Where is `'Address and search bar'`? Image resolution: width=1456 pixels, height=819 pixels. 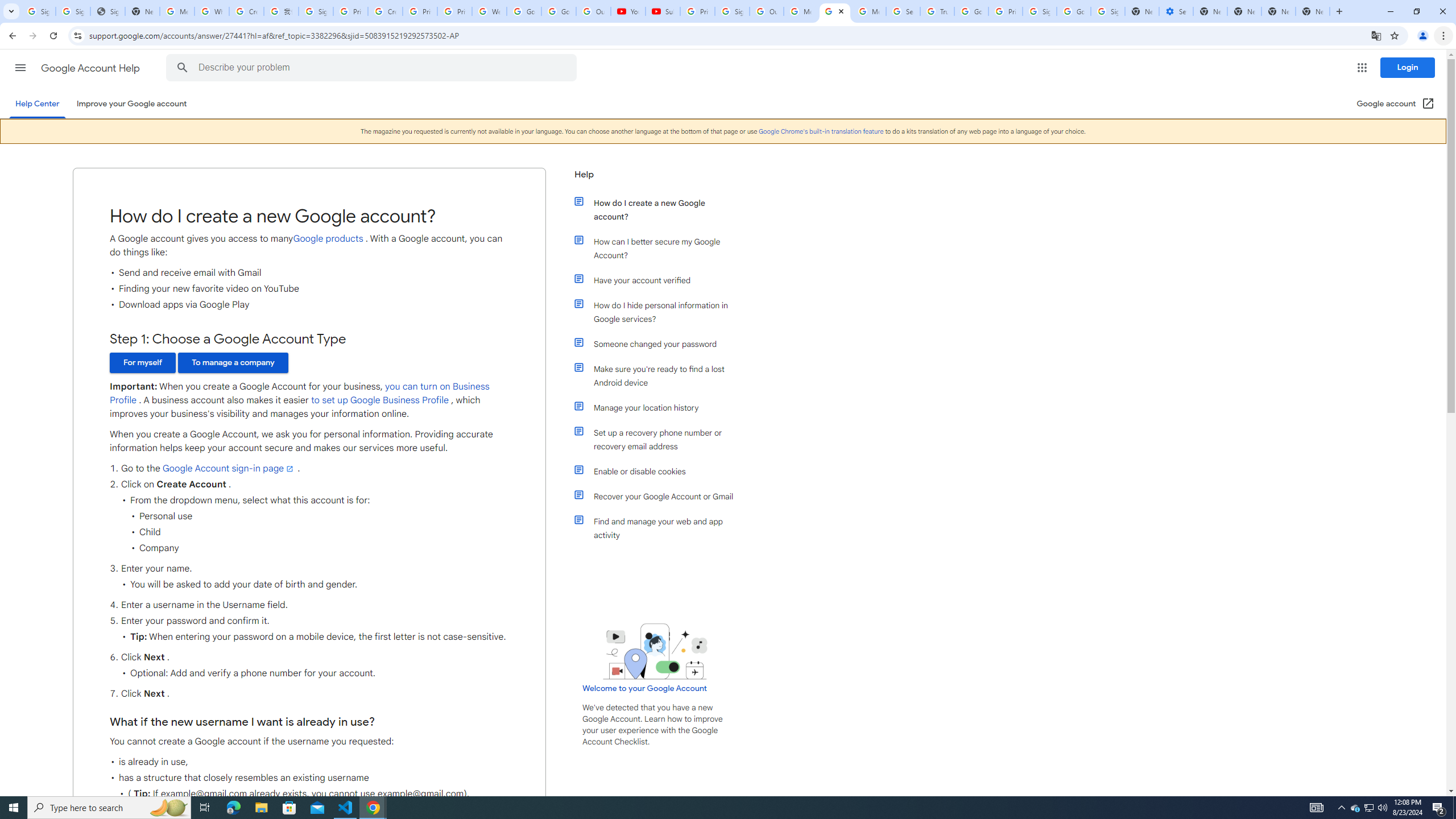
'Address and search bar' is located at coordinates (726, 35).